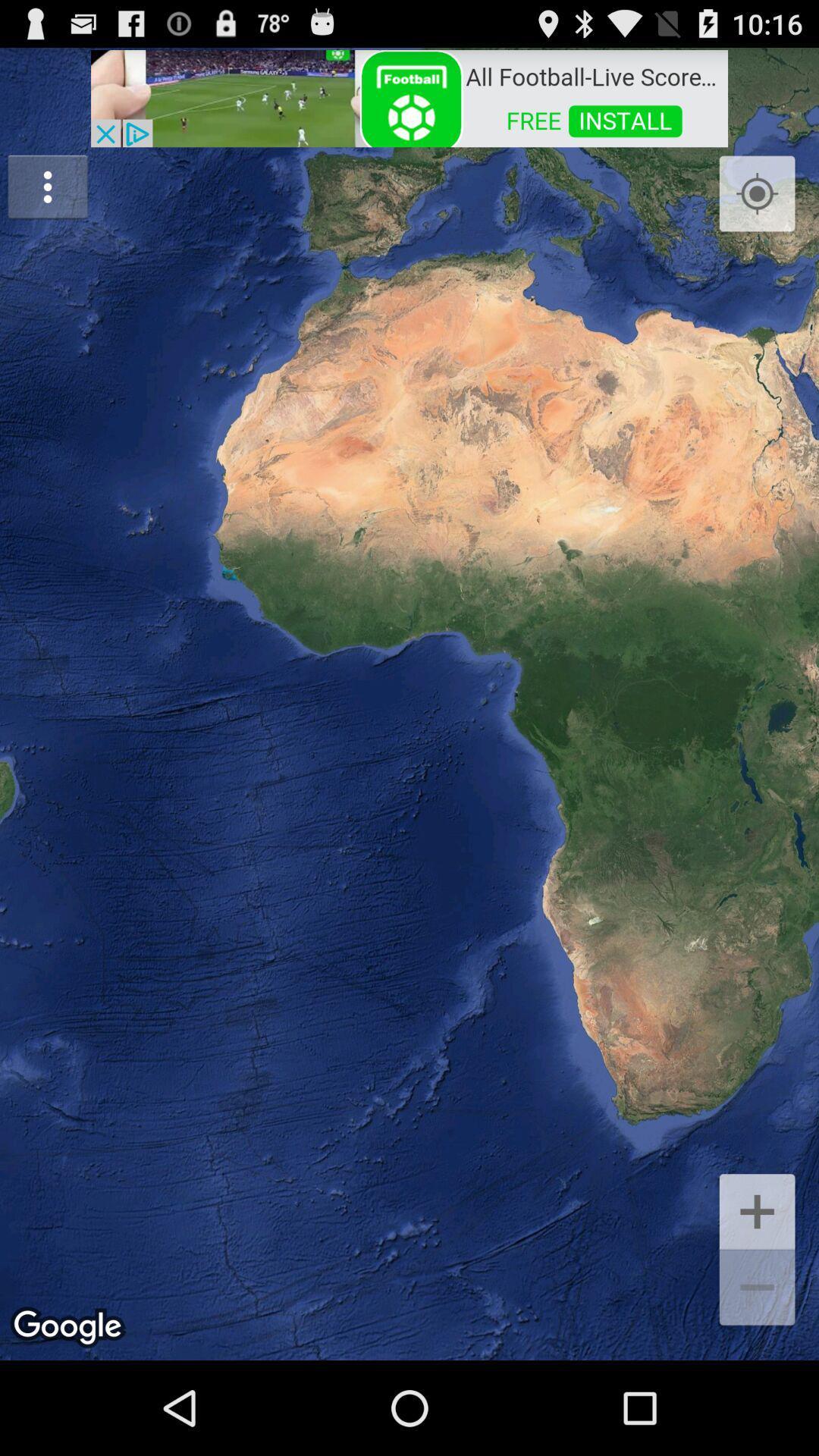 This screenshot has height=1456, width=819. Describe the element at coordinates (757, 1380) in the screenshot. I see `the zoom_out icon` at that location.